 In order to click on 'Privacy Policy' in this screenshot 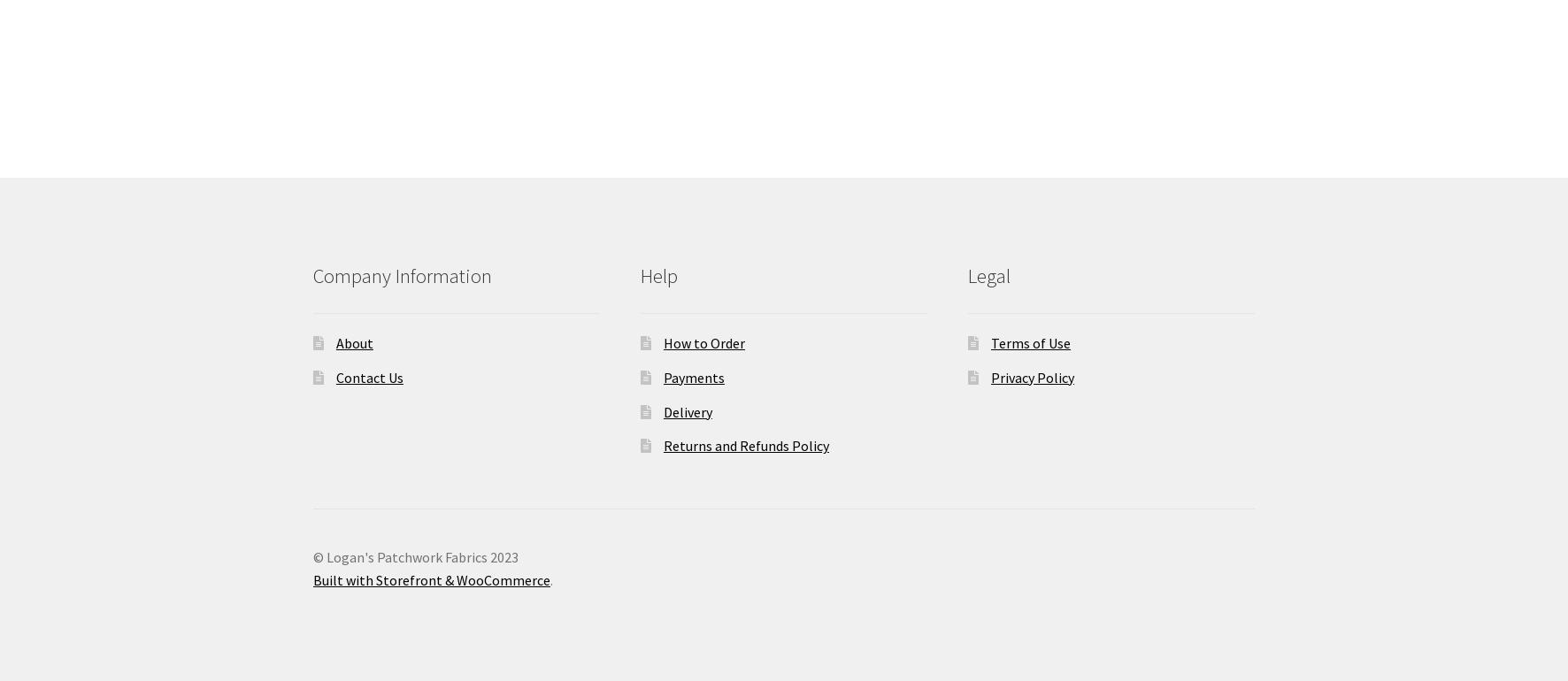, I will do `click(1032, 375)`.